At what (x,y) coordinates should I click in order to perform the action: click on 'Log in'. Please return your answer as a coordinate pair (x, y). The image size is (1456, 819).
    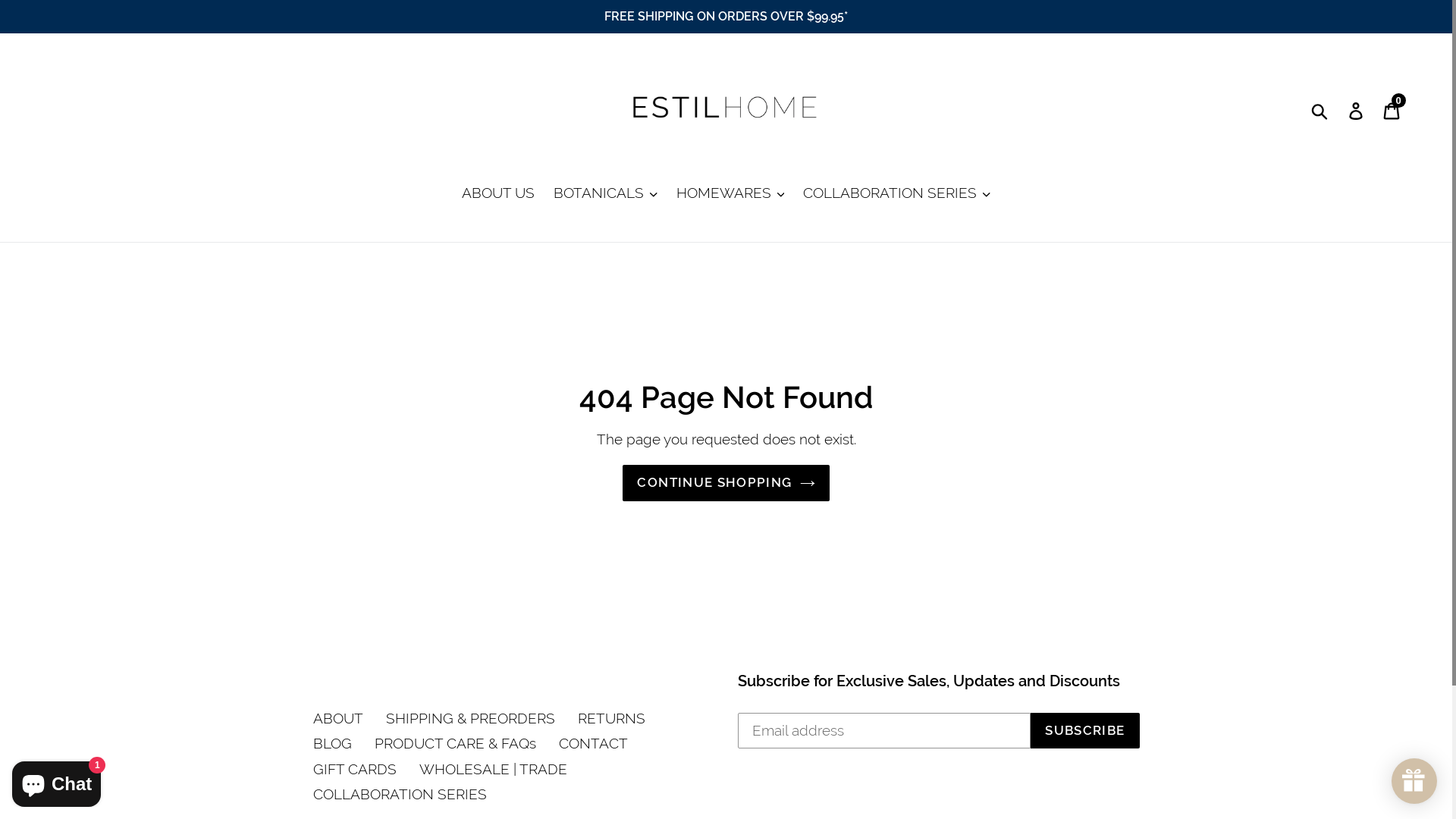
    Looking at the image, I should click on (1357, 108).